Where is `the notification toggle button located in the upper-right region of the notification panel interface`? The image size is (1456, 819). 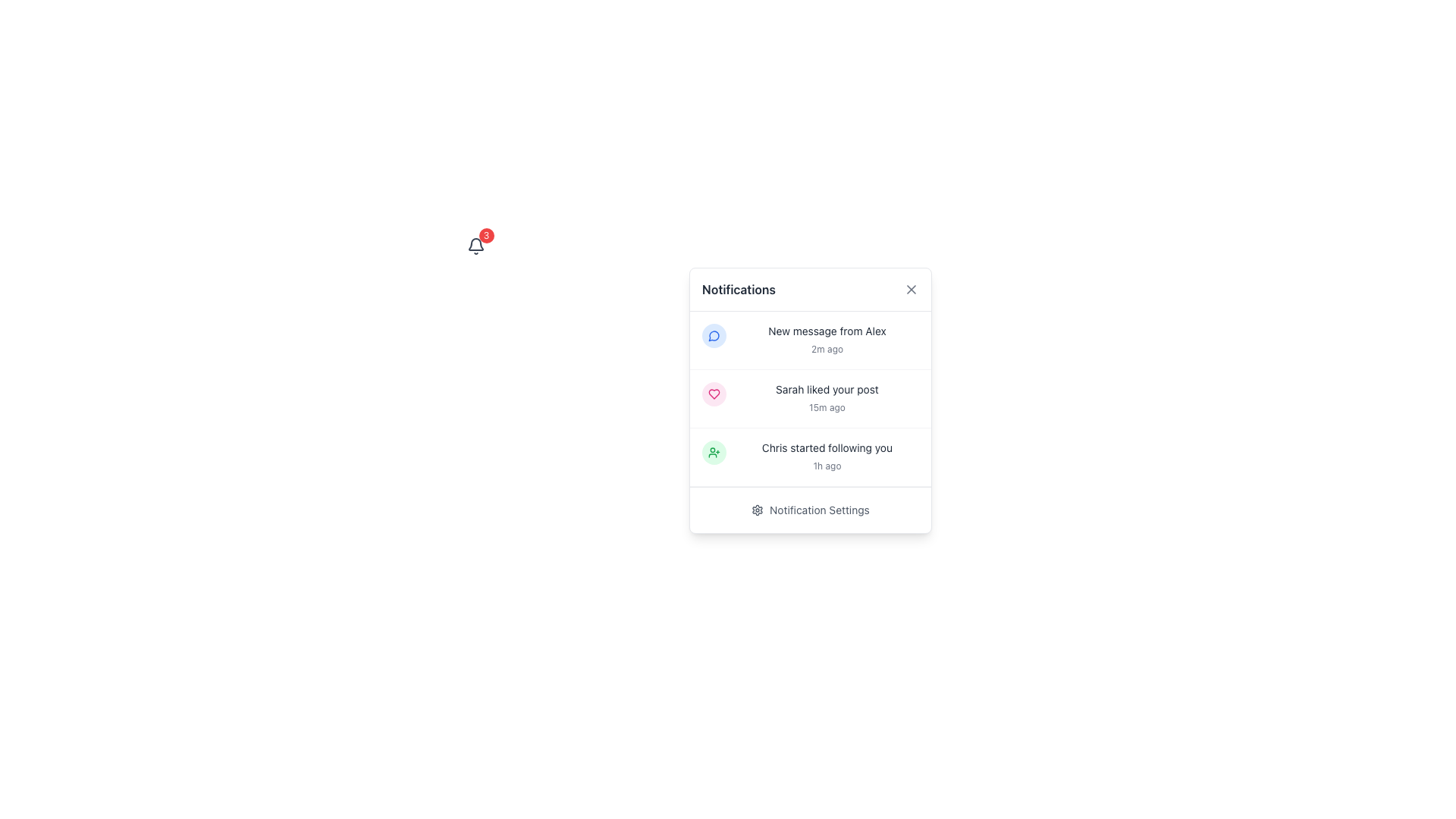 the notification toggle button located in the upper-right region of the notification panel interface is located at coordinates (475, 245).